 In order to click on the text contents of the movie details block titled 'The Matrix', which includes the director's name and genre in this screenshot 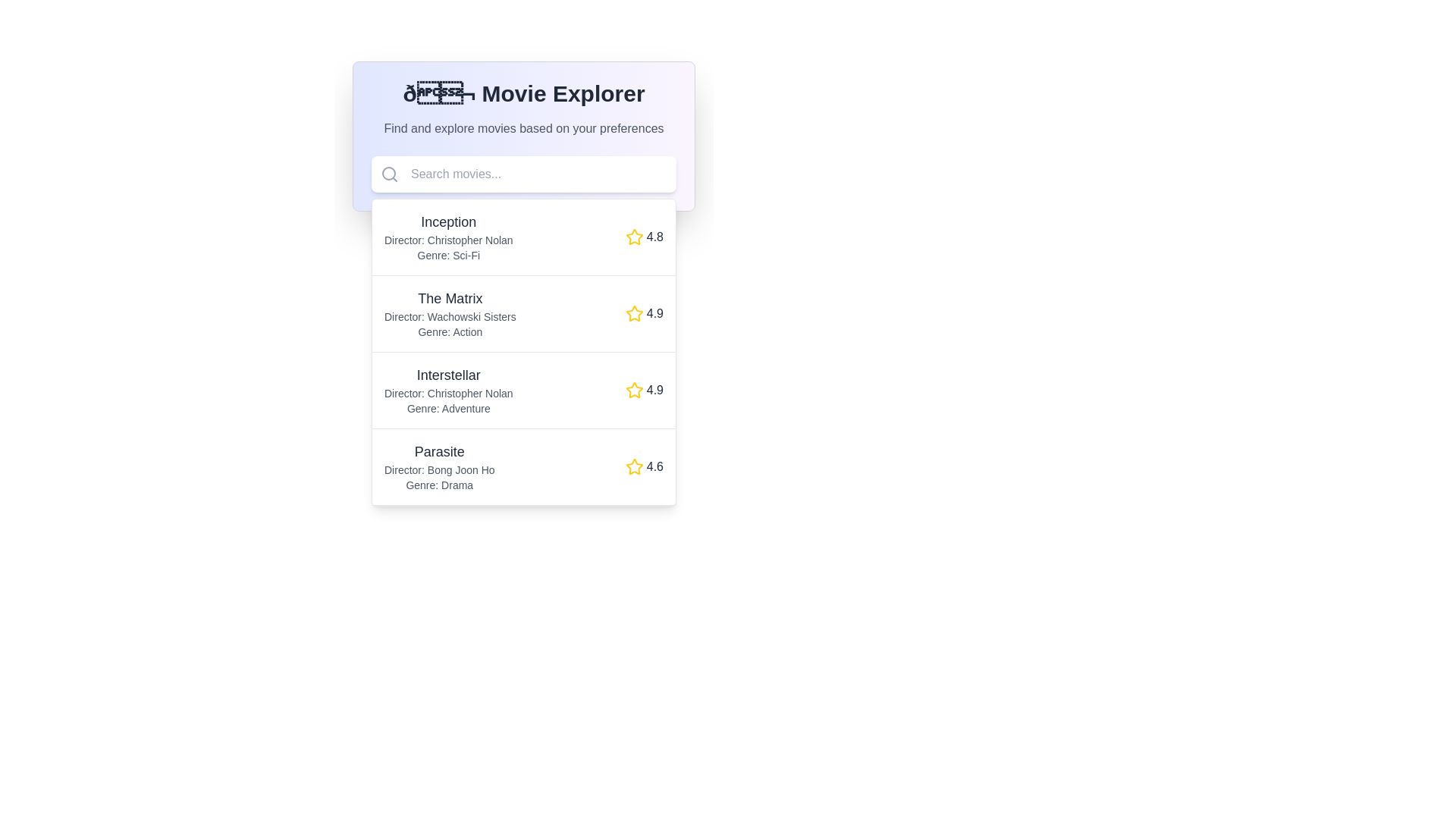, I will do `click(449, 312)`.